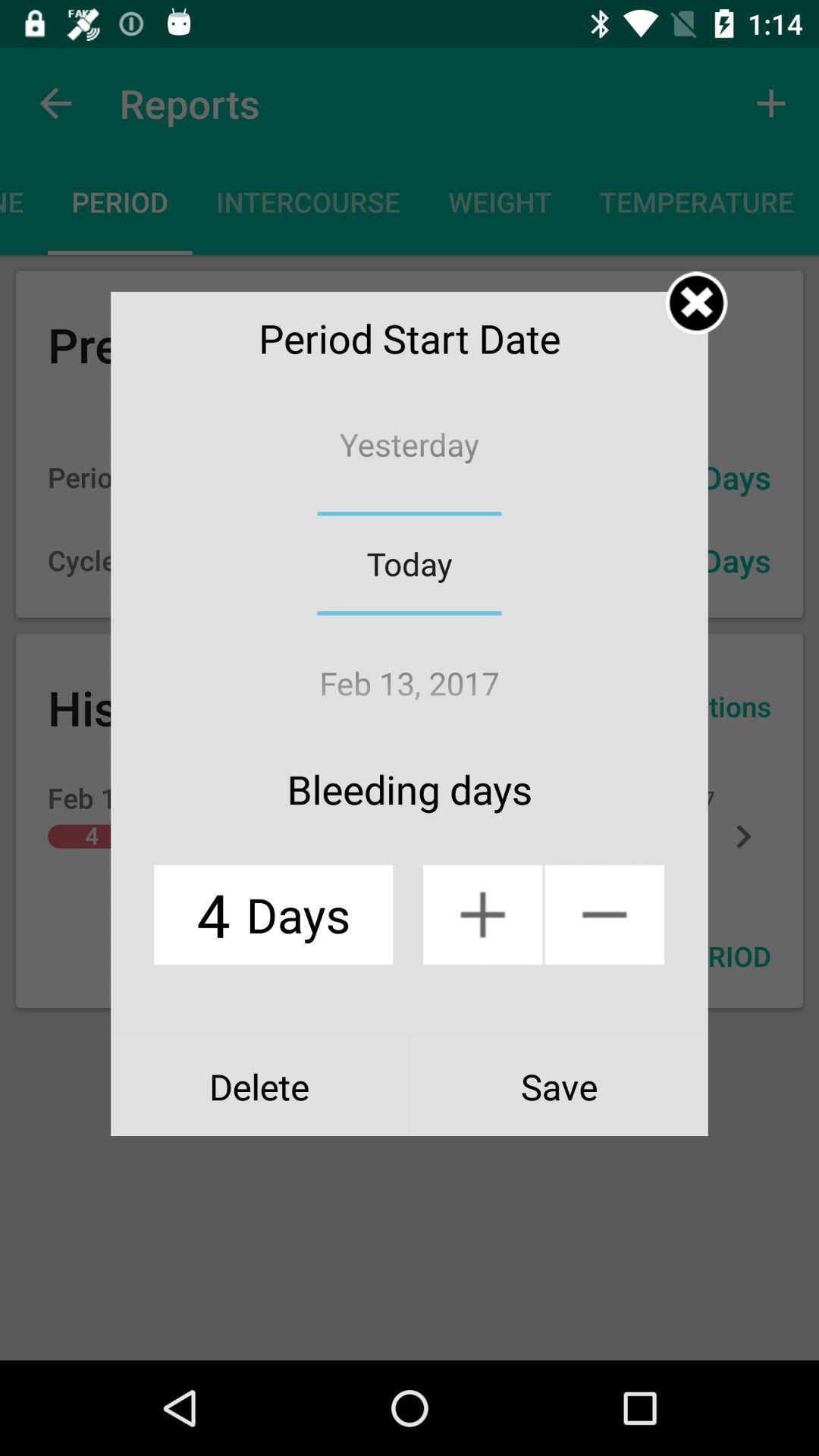 The height and width of the screenshot is (1456, 819). Describe the element at coordinates (482, 914) in the screenshot. I see `next day` at that location.